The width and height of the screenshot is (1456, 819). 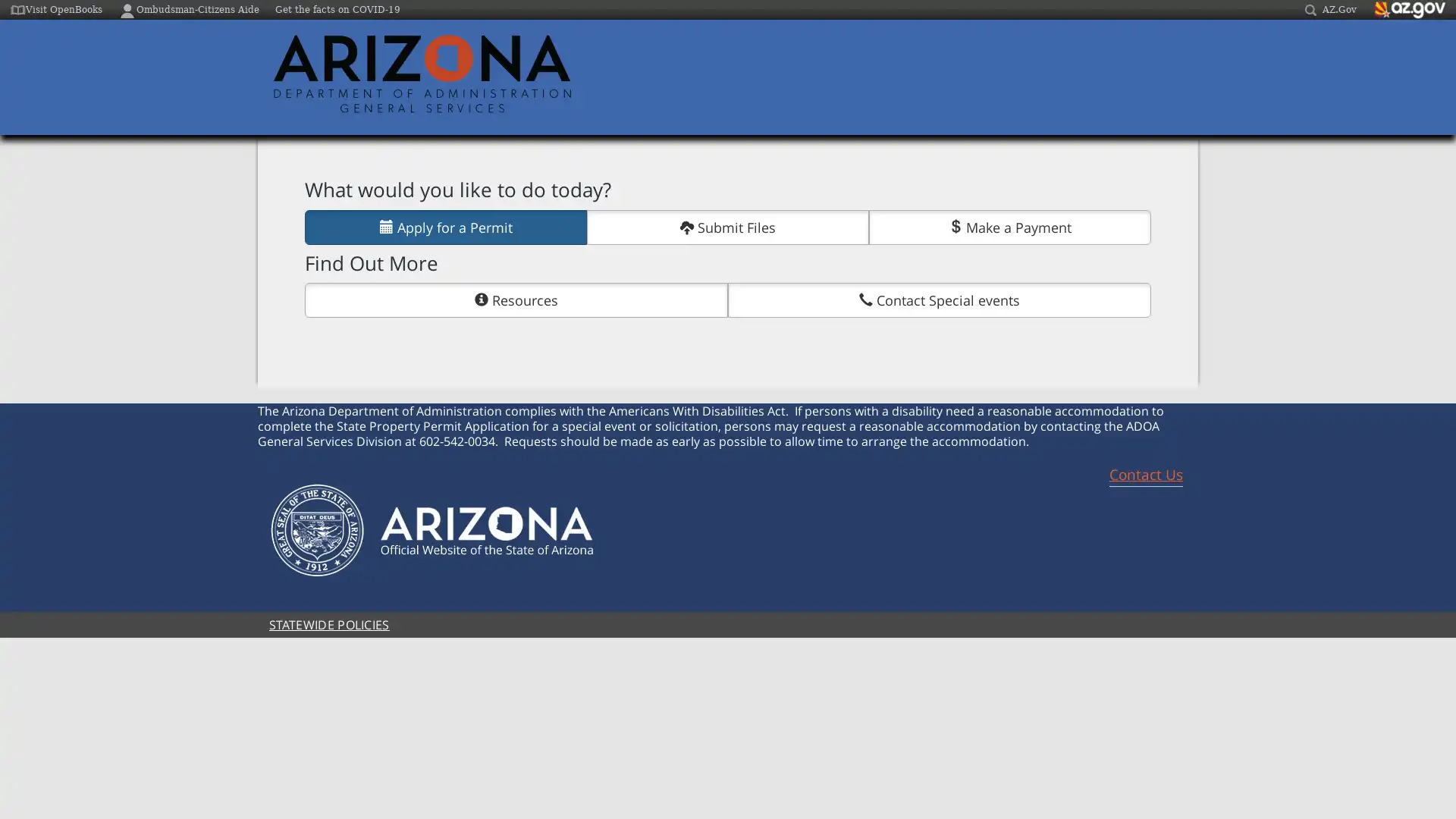 I want to click on Submit Files, so click(x=728, y=227).